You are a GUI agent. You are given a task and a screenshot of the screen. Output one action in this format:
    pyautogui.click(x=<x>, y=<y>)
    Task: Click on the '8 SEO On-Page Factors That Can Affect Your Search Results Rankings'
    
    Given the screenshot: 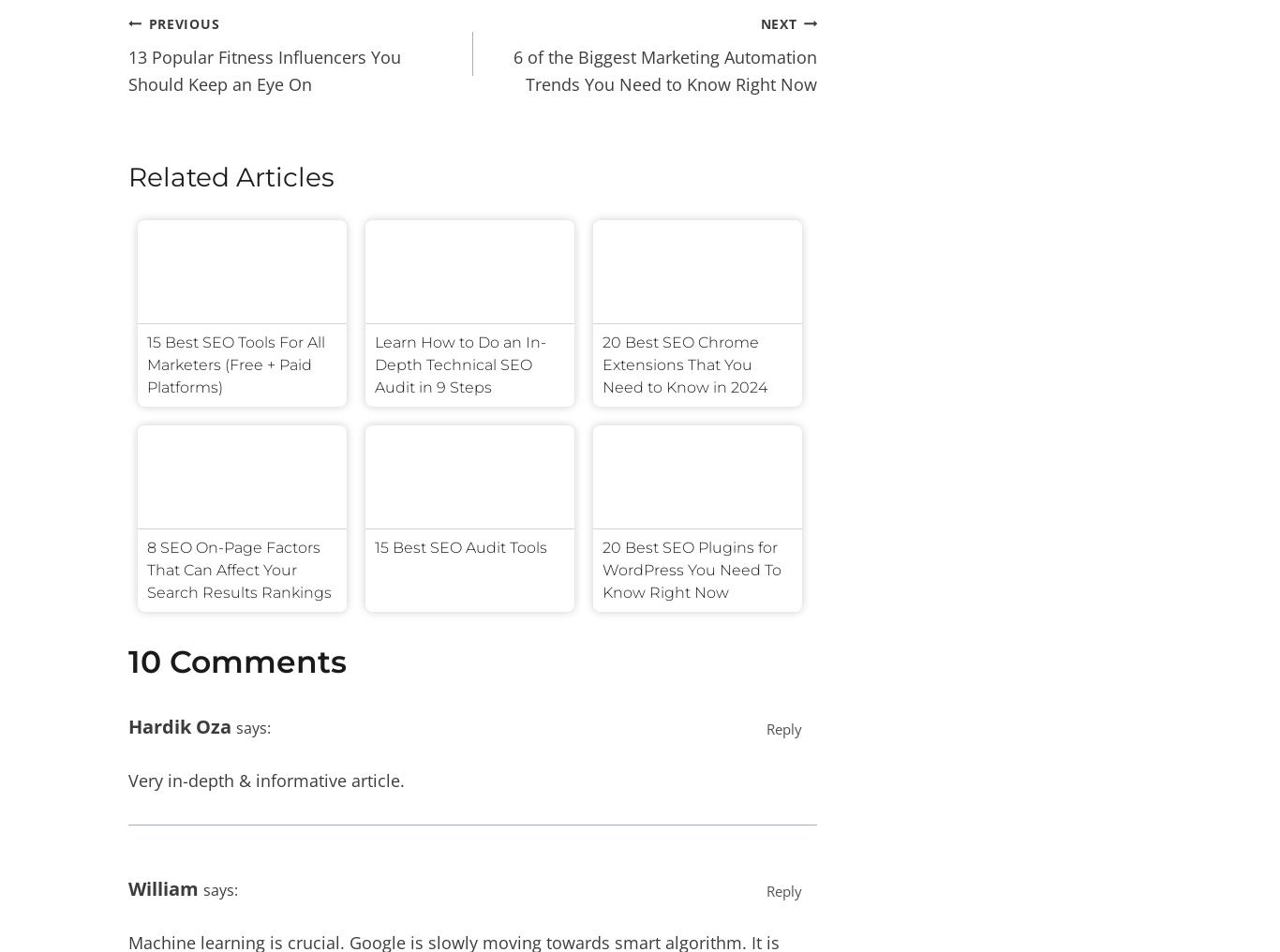 What is the action you would take?
    pyautogui.click(x=239, y=570)
    